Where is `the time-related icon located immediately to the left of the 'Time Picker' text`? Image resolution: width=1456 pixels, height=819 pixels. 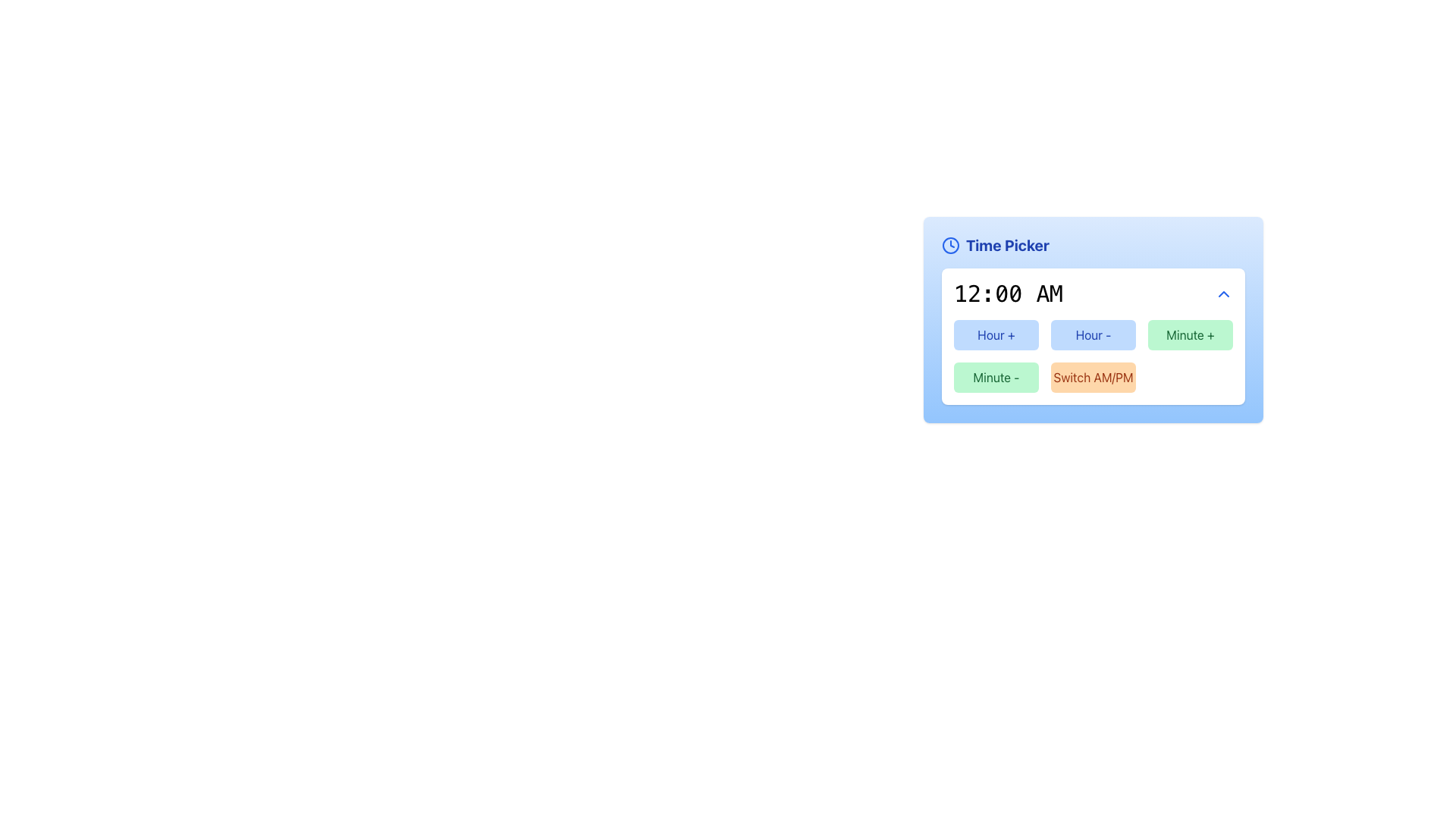
the time-related icon located immediately to the left of the 'Time Picker' text is located at coordinates (949, 245).